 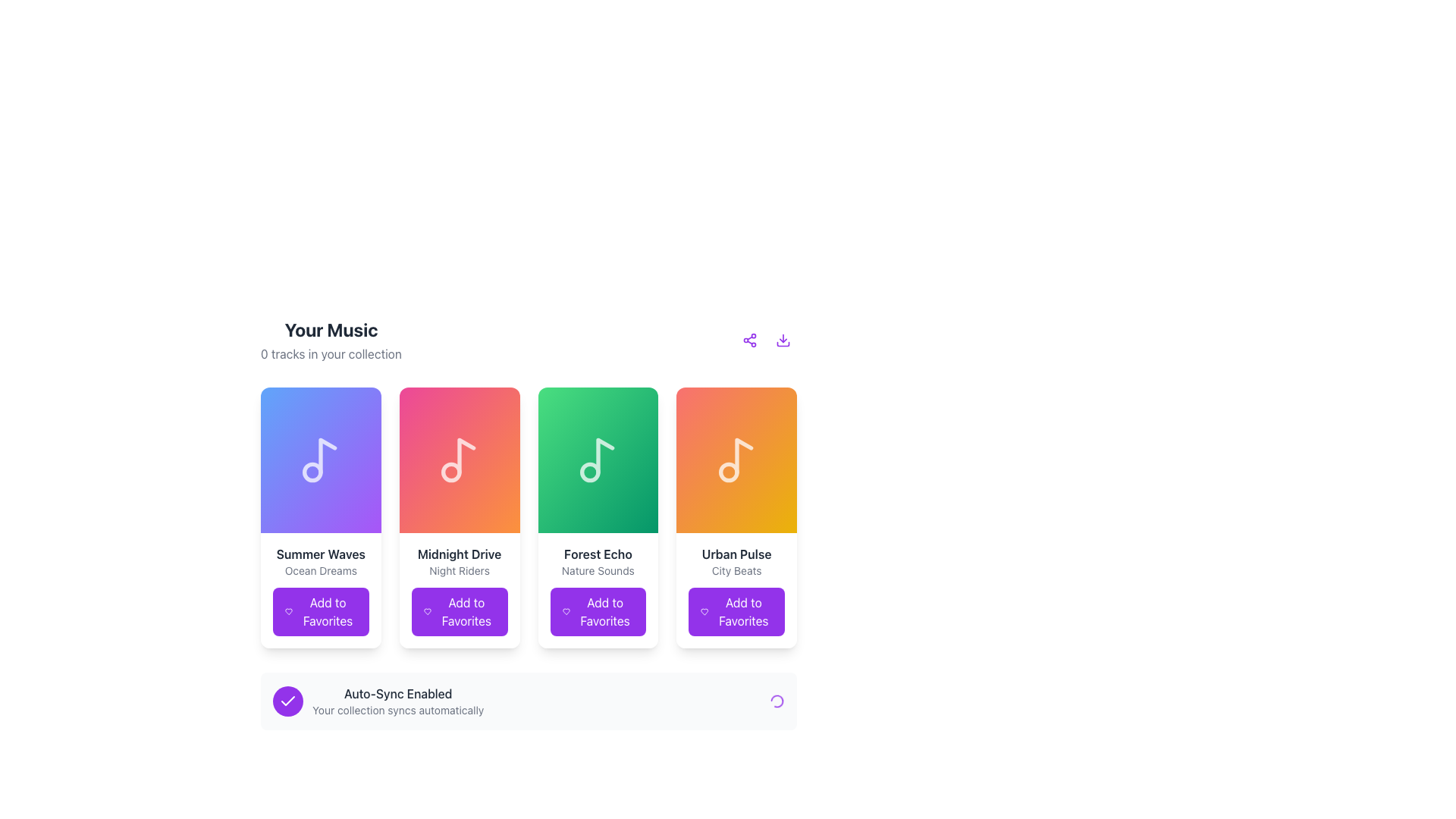 What do you see at coordinates (604, 610) in the screenshot?
I see `the 'Add to Favorites' button, which is a text label styled in white font on a purple background, located in the third card below 'Forest Echo'` at bounding box center [604, 610].